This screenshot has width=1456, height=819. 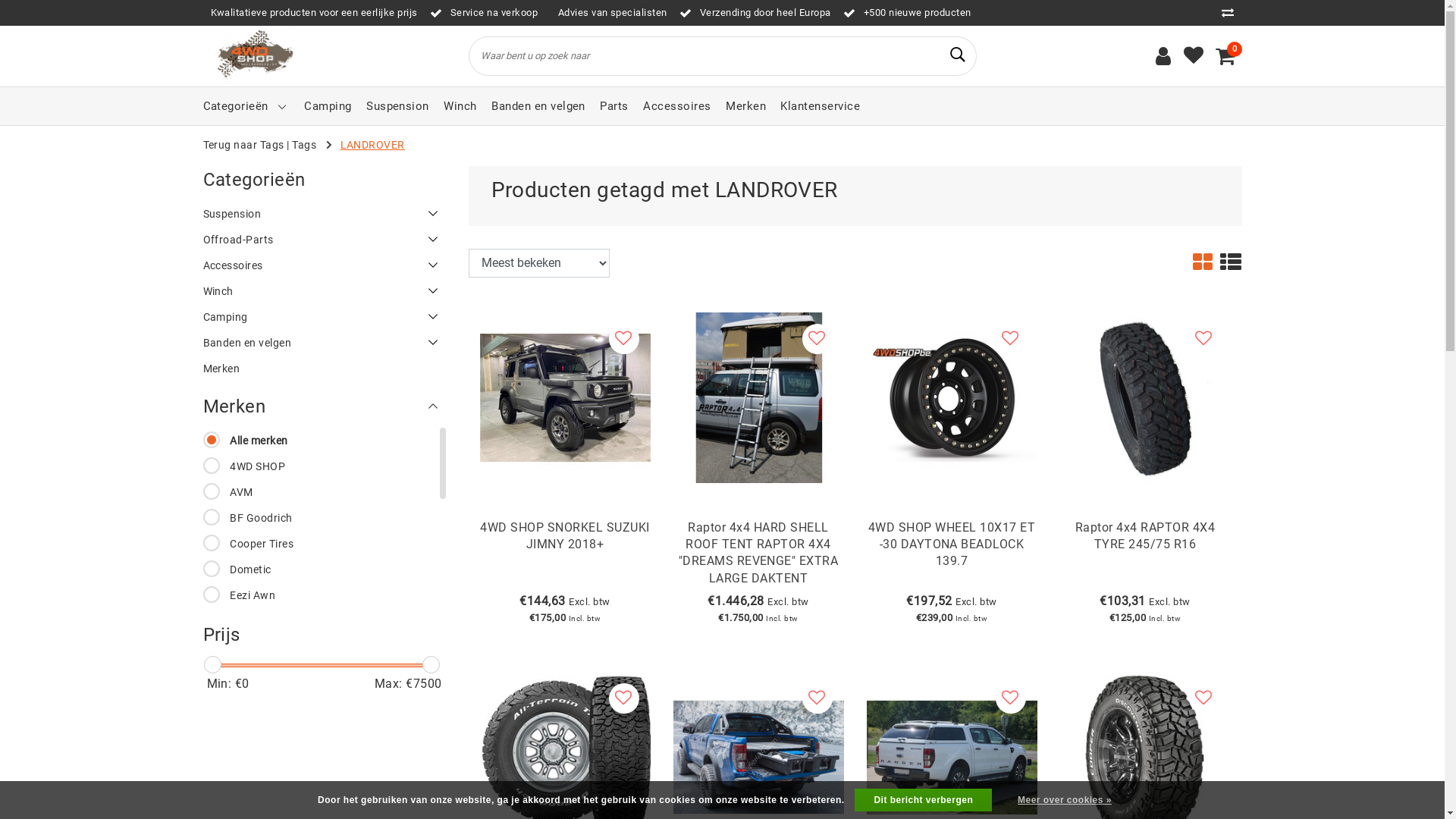 I want to click on 'Verlanglijst', so click(x=1193, y=55).